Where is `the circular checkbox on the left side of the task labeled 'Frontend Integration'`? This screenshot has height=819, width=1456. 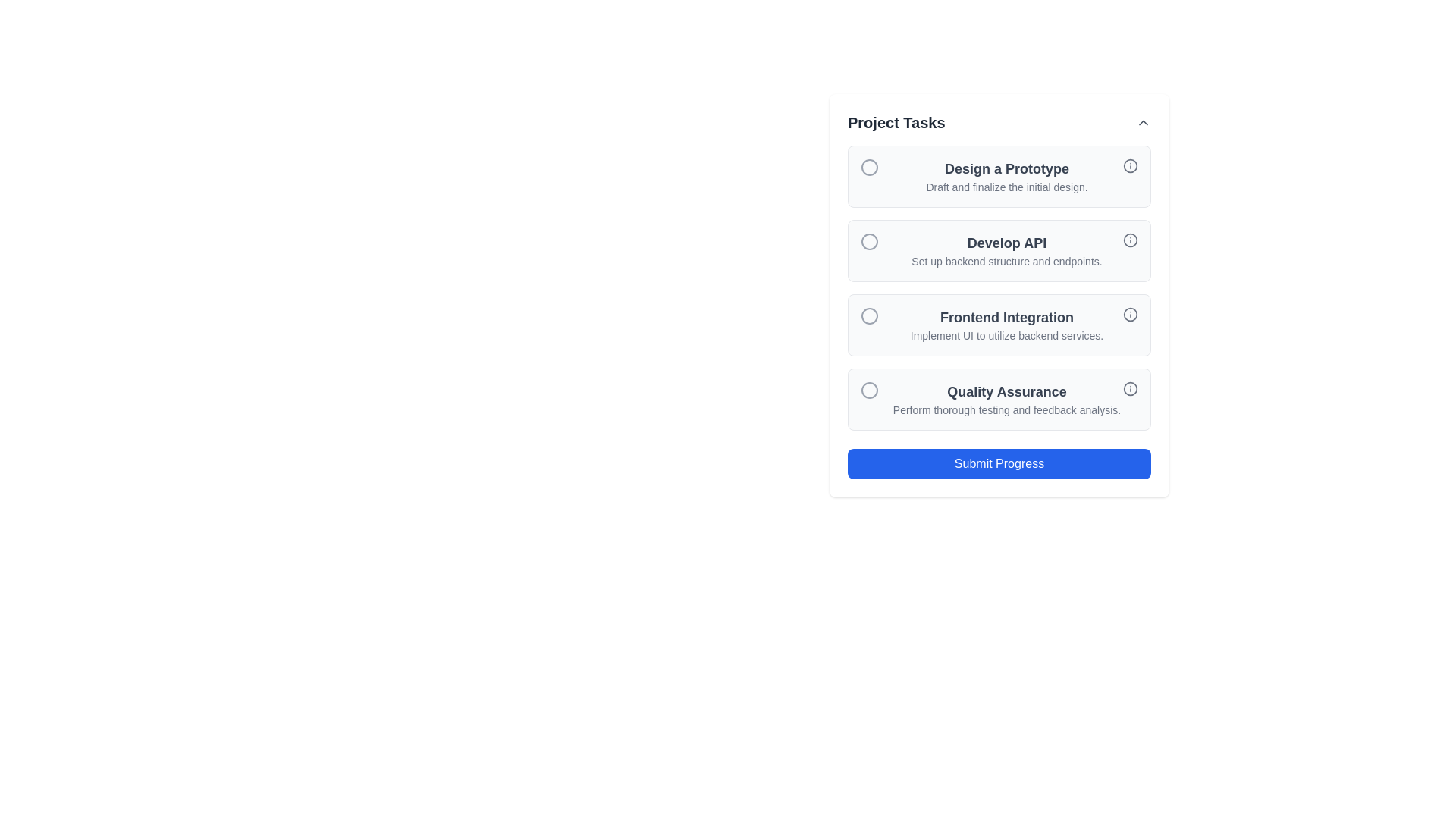 the circular checkbox on the left side of the task labeled 'Frontend Integration' is located at coordinates (999, 295).